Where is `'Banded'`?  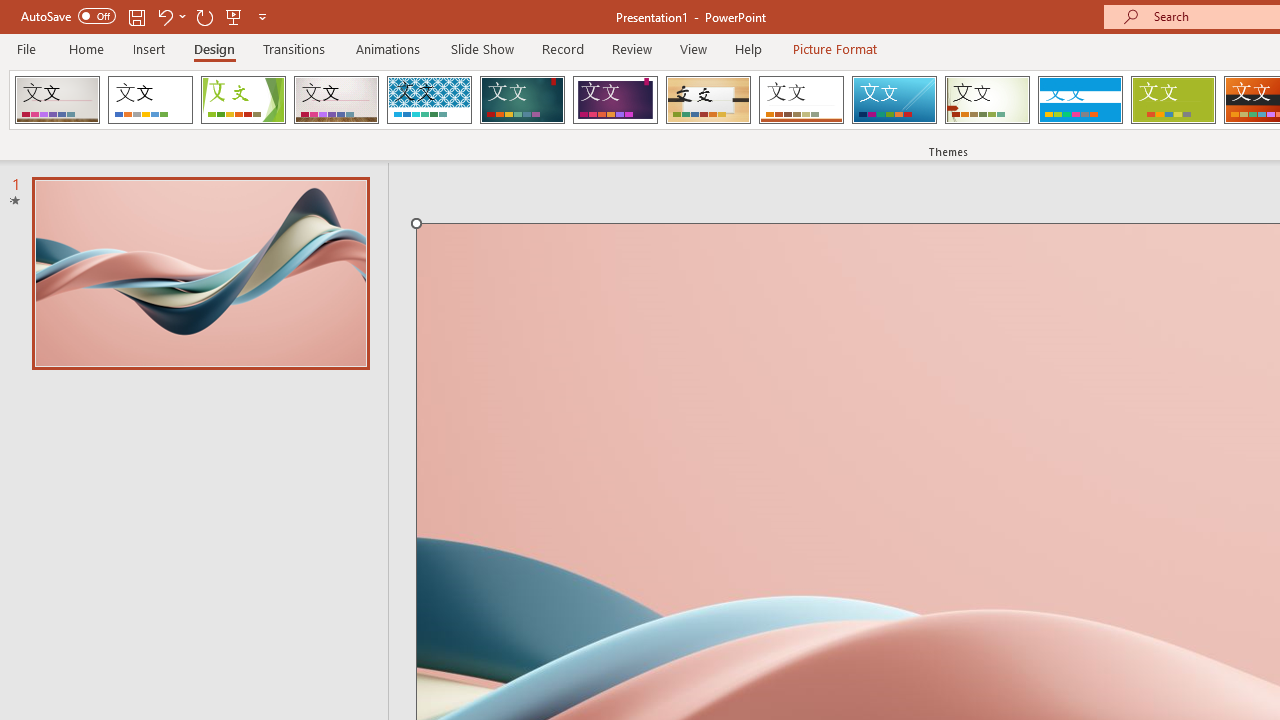
'Banded' is located at coordinates (1079, 100).